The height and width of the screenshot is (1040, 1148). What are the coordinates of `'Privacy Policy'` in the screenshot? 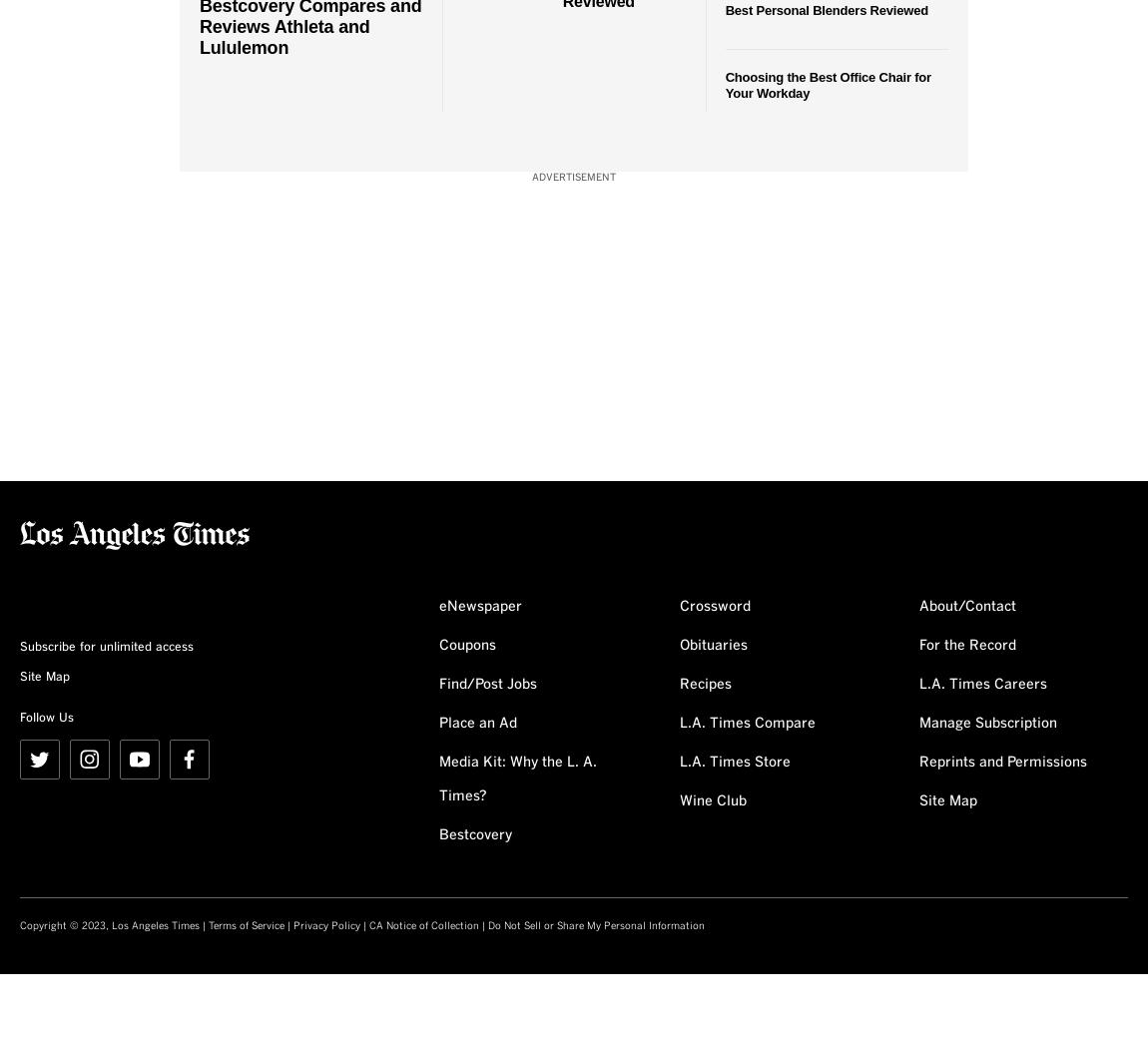 It's located at (326, 923).